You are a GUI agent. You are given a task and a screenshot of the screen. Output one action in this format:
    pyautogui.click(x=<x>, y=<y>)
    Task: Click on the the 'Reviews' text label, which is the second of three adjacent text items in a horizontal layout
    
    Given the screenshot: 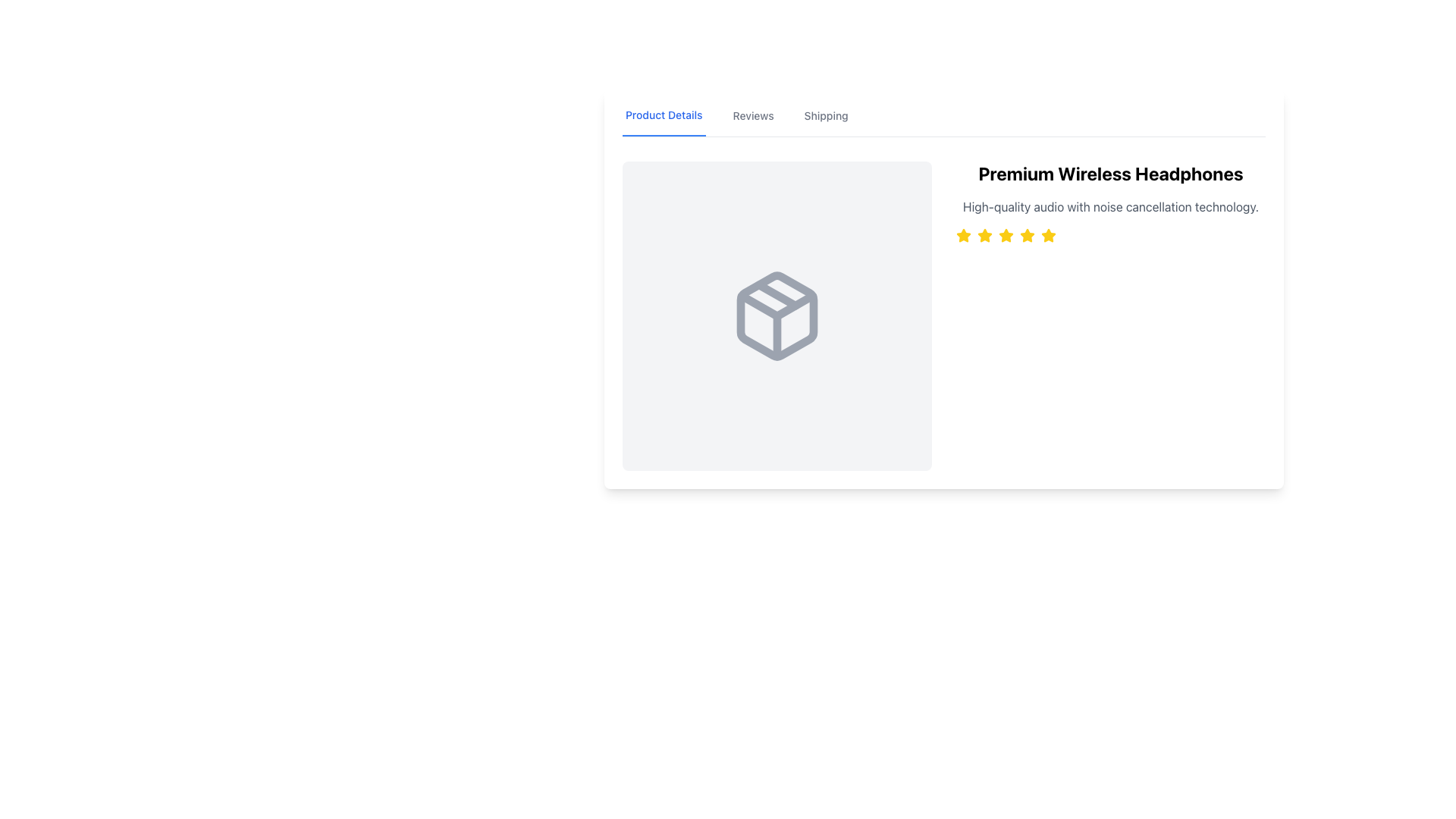 What is the action you would take?
    pyautogui.click(x=753, y=121)
    